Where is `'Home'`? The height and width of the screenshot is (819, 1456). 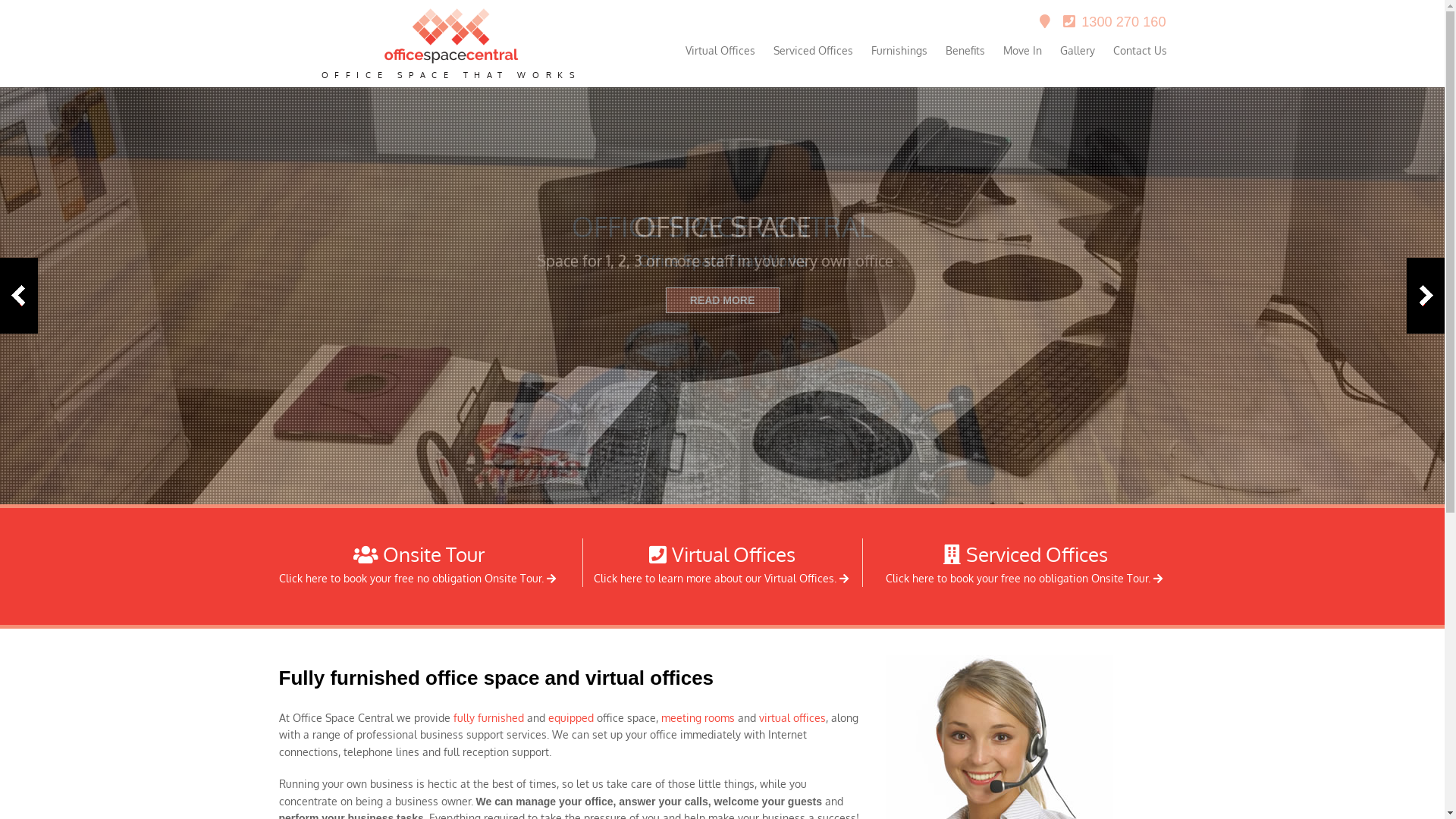
'Home' is located at coordinates (450, 59).